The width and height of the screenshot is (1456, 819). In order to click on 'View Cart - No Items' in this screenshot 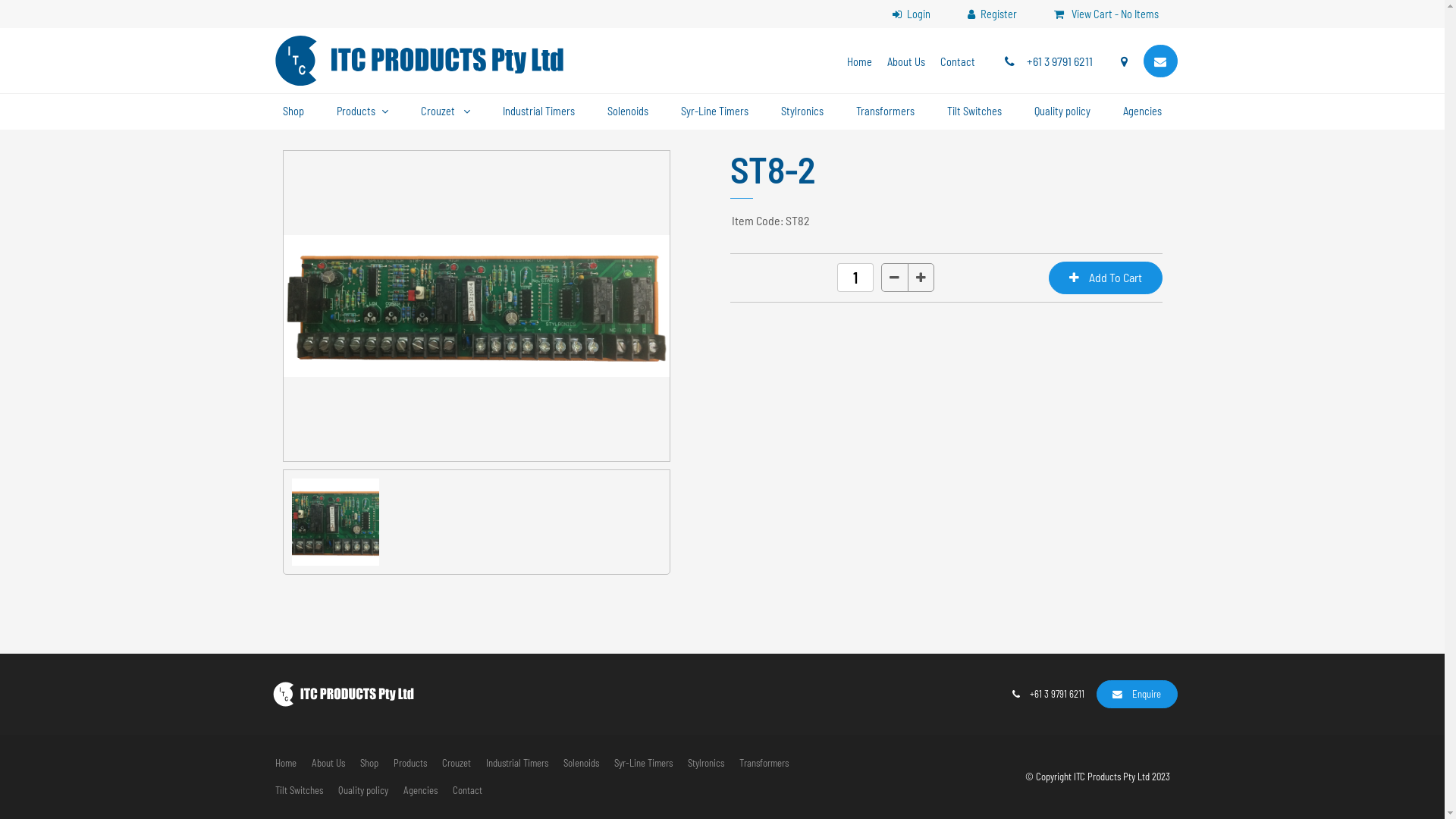, I will do `click(1106, 14)`.